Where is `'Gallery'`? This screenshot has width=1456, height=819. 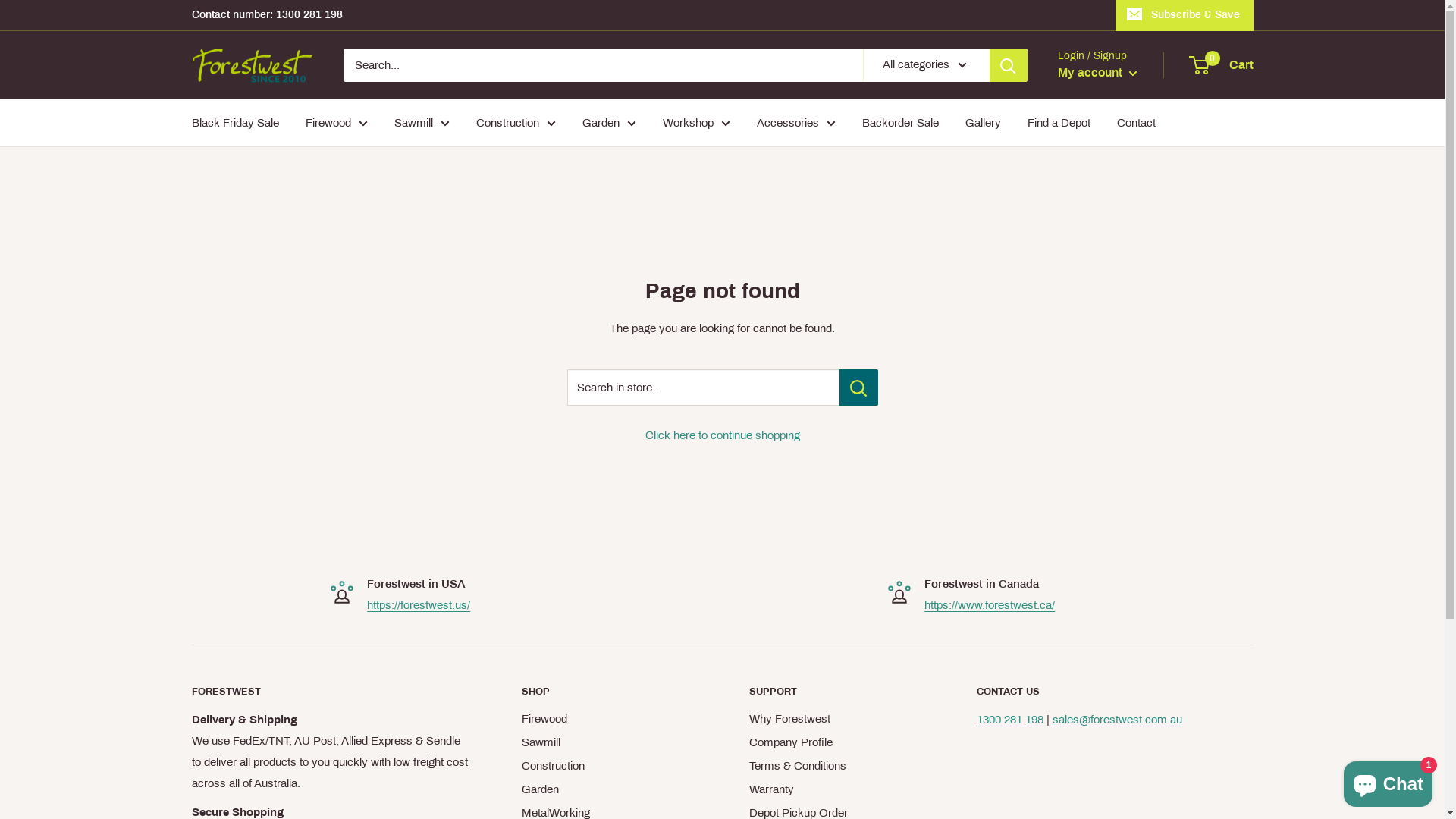
'Gallery' is located at coordinates (982, 122).